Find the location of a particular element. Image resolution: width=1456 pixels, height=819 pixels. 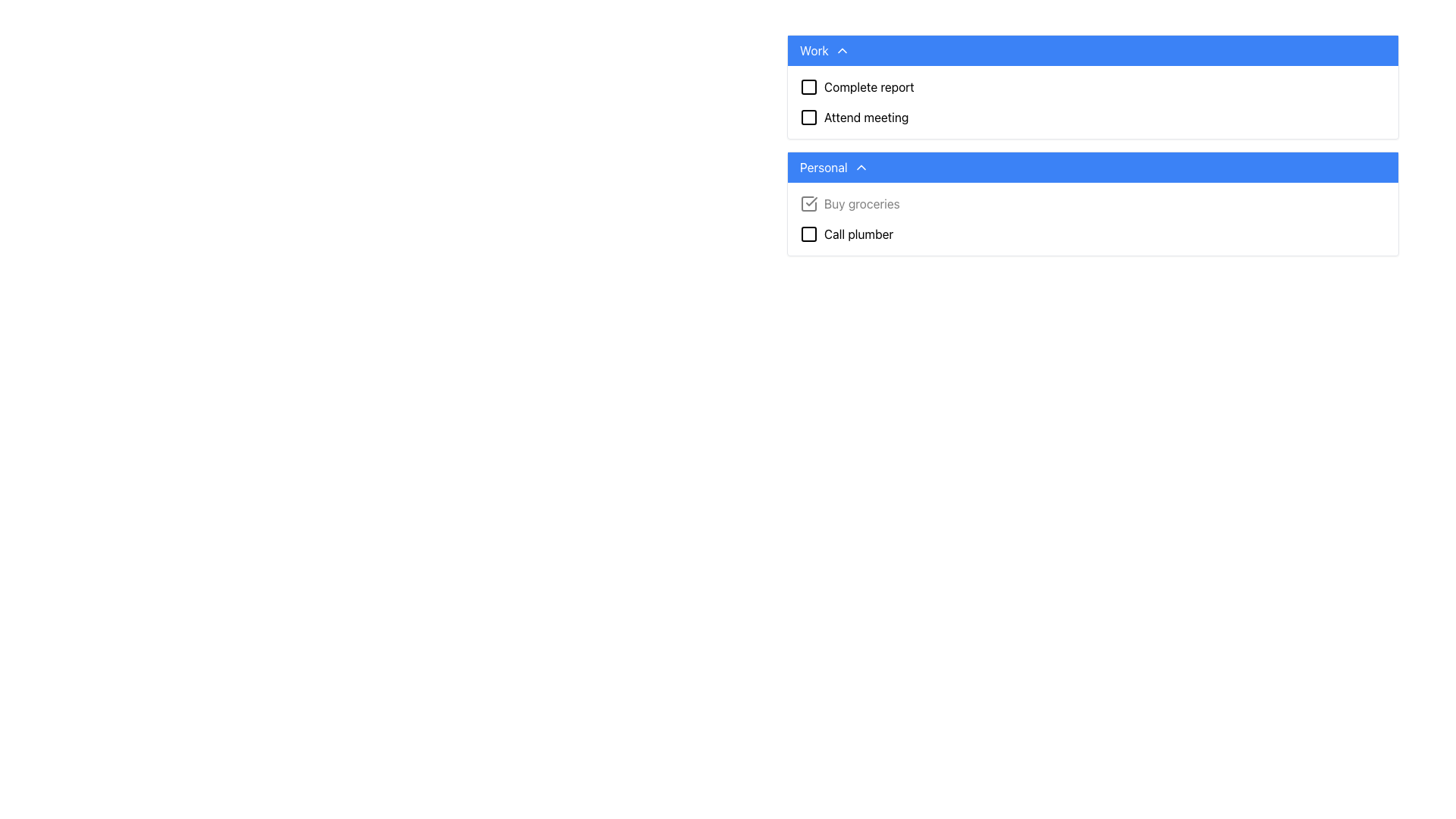

the static text label indicating the action 'Buy groceries' in the 'Personal' section of the to-do list is located at coordinates (861, 203).